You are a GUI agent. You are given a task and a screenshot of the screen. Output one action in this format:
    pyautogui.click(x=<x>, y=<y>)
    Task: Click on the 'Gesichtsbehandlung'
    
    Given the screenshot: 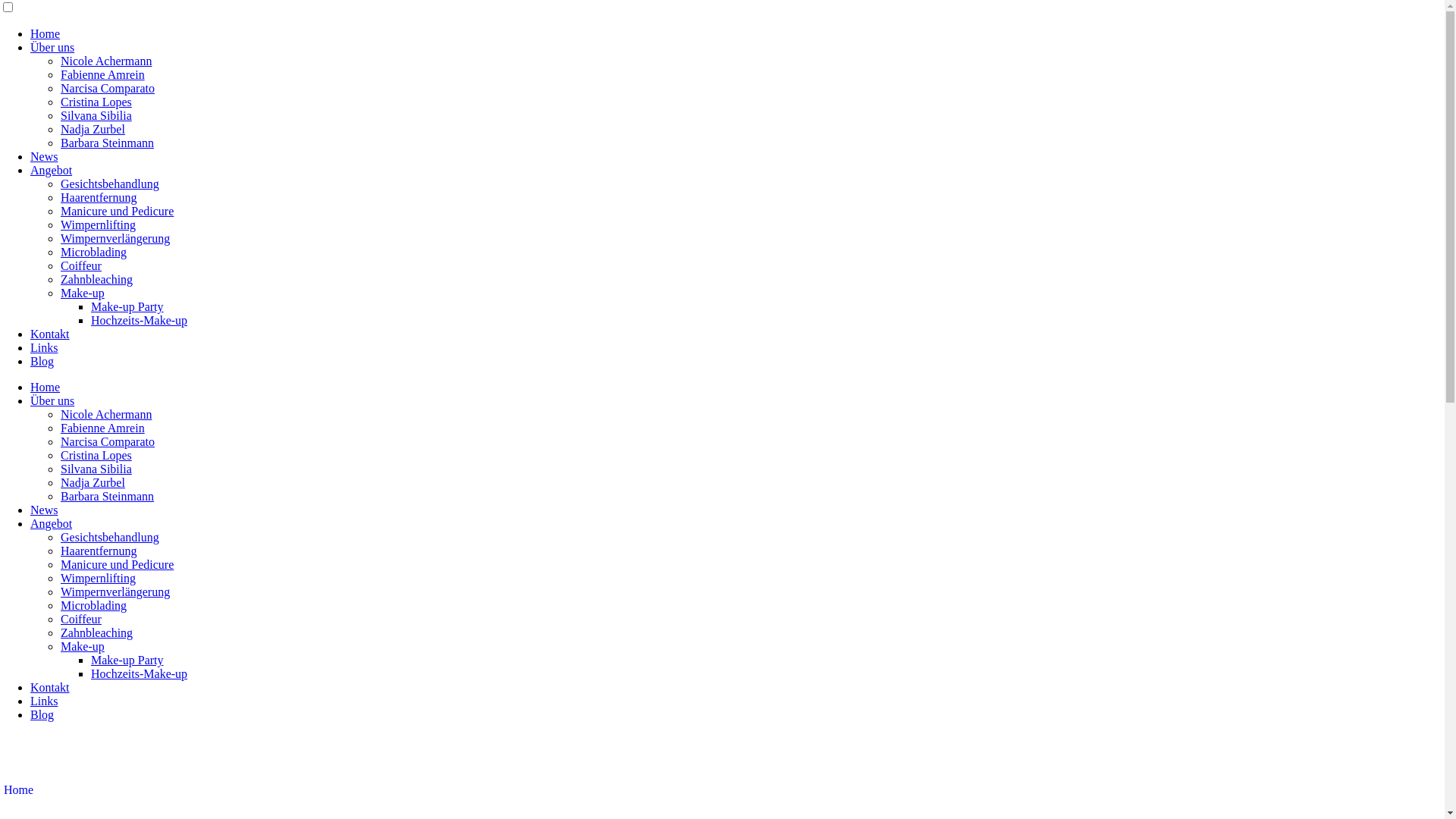 What is the action you would take?
    pyautogui.click(x=61, y=536)
    